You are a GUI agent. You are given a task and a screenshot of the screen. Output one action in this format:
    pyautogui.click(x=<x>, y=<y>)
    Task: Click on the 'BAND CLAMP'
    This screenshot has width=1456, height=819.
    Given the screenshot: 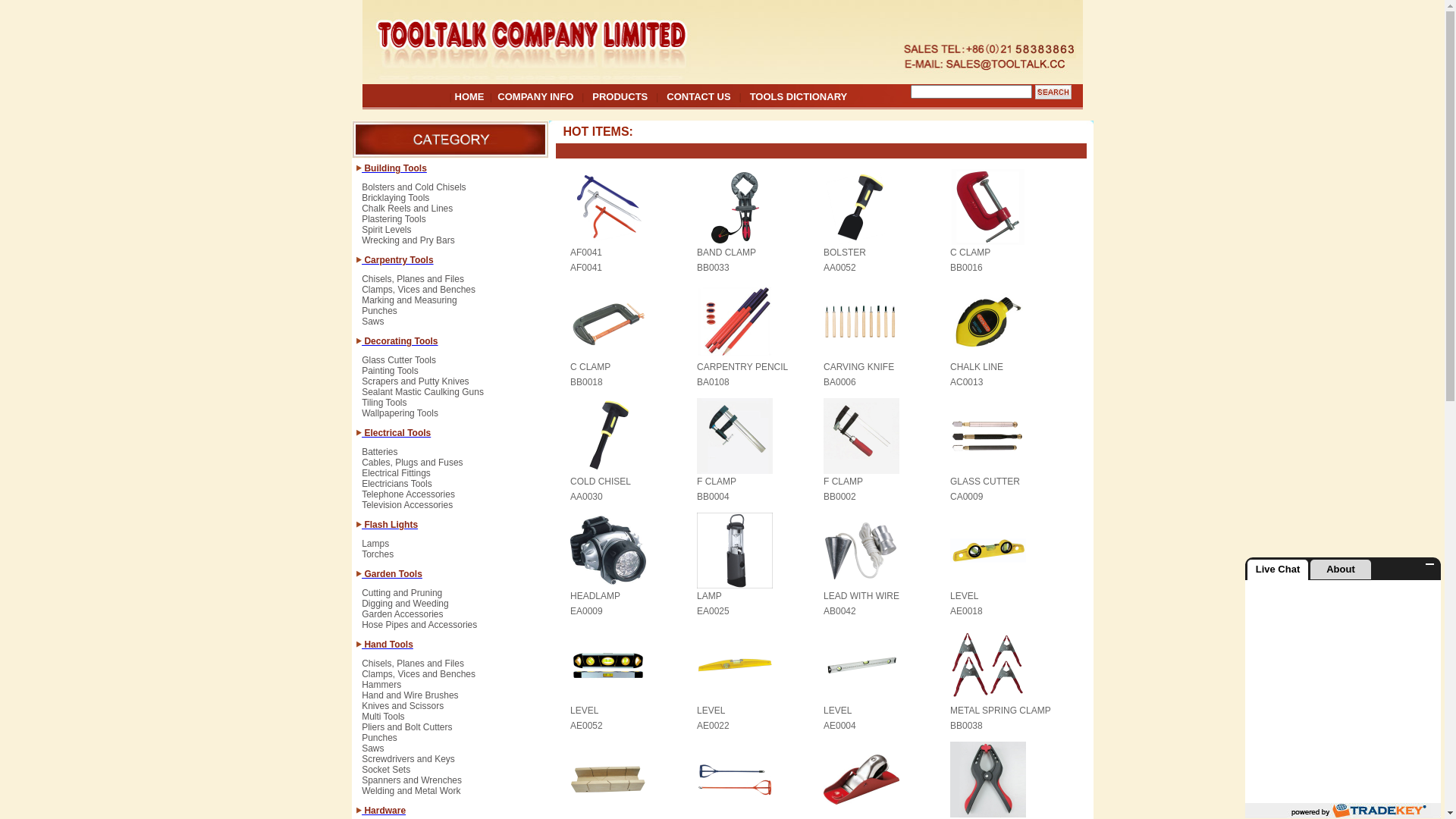 What is the action you would take?
    pyautogui.click(x=726, y=251)
    